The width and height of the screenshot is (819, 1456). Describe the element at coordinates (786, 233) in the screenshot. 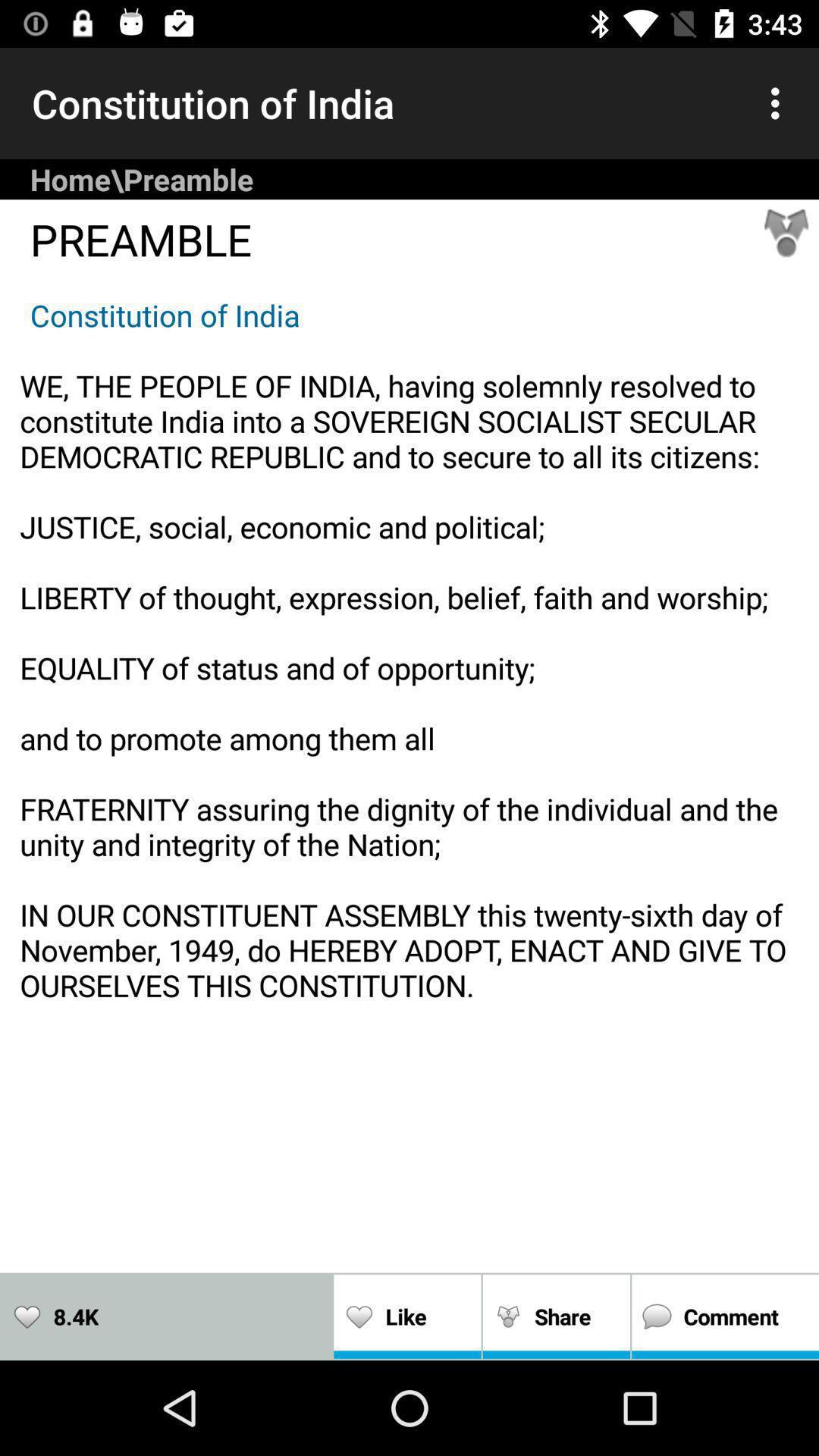

I see `the share icon` at that location.